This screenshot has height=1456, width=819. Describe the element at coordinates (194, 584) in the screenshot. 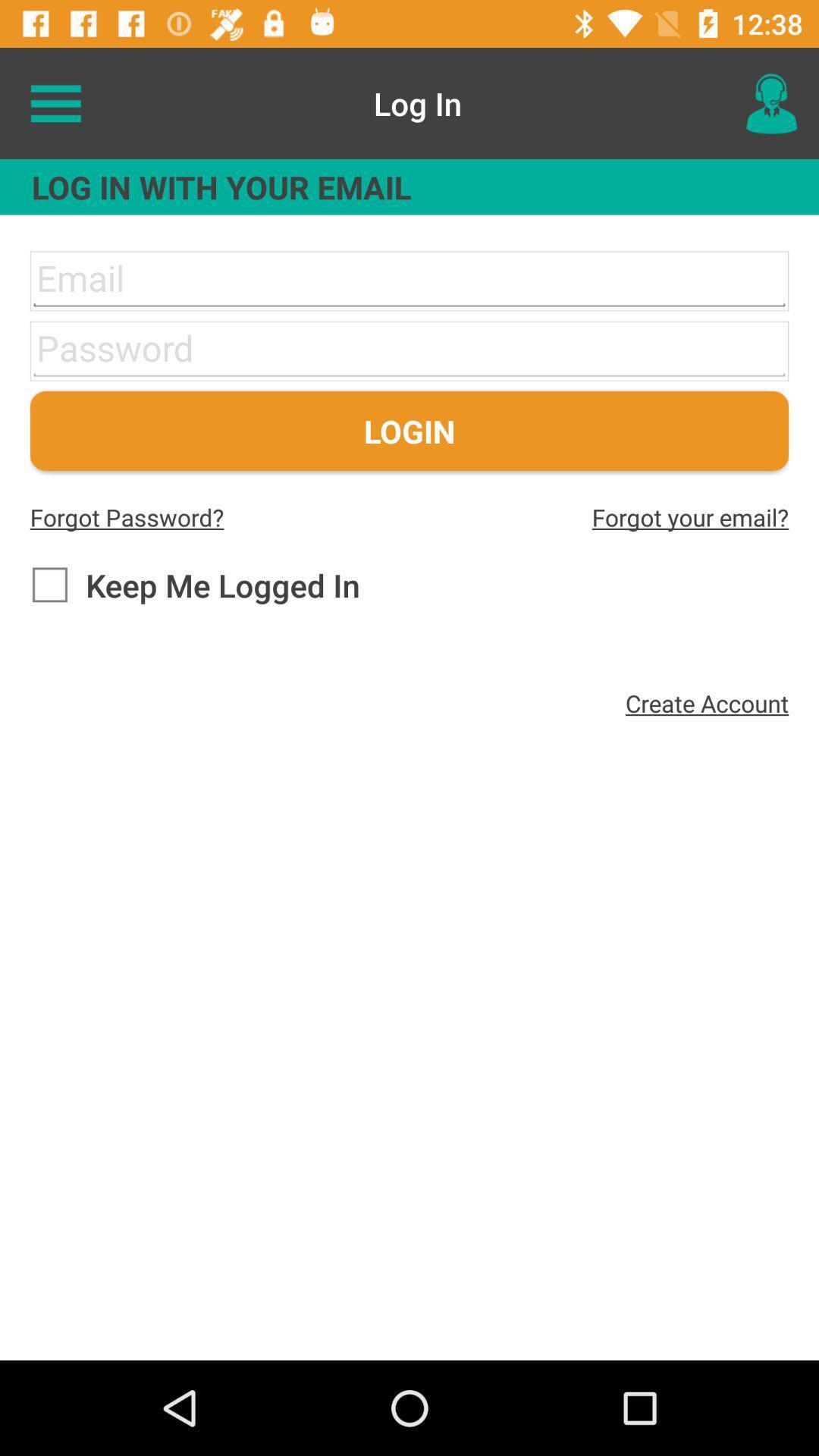

I see `the keep me logged icon` at that location.